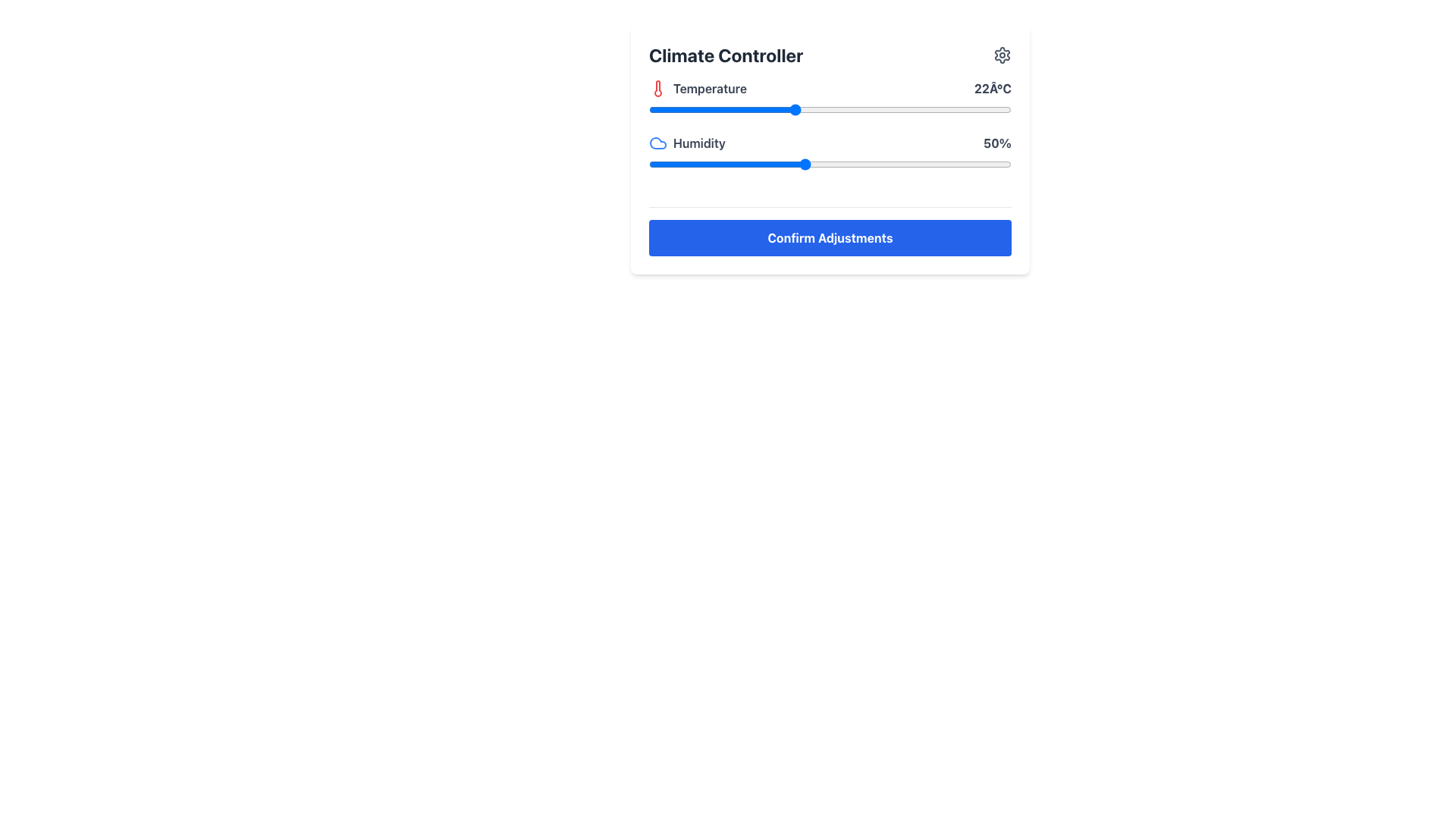  What do you see at coordinates (720, 109) in the screenshot?
I see `the temperature` at bounding box center [720, 109].